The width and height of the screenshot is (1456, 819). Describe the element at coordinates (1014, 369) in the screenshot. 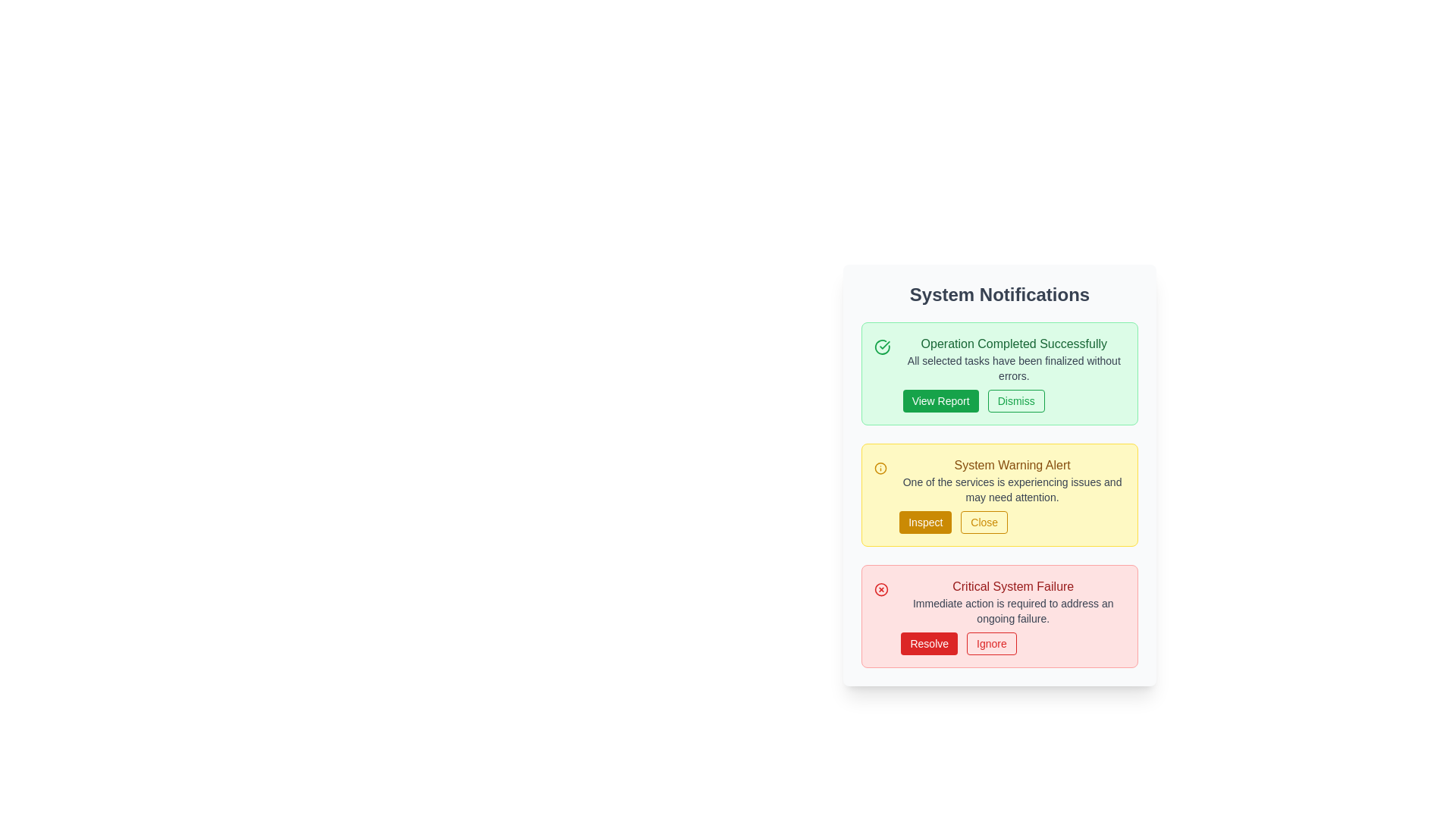

I see `status text displayed in the label located within the green background box labeled 'Operation Completed Successfully', which is centrally positioned above the 'View Report' and 'Dismiss' buttons` at that location.